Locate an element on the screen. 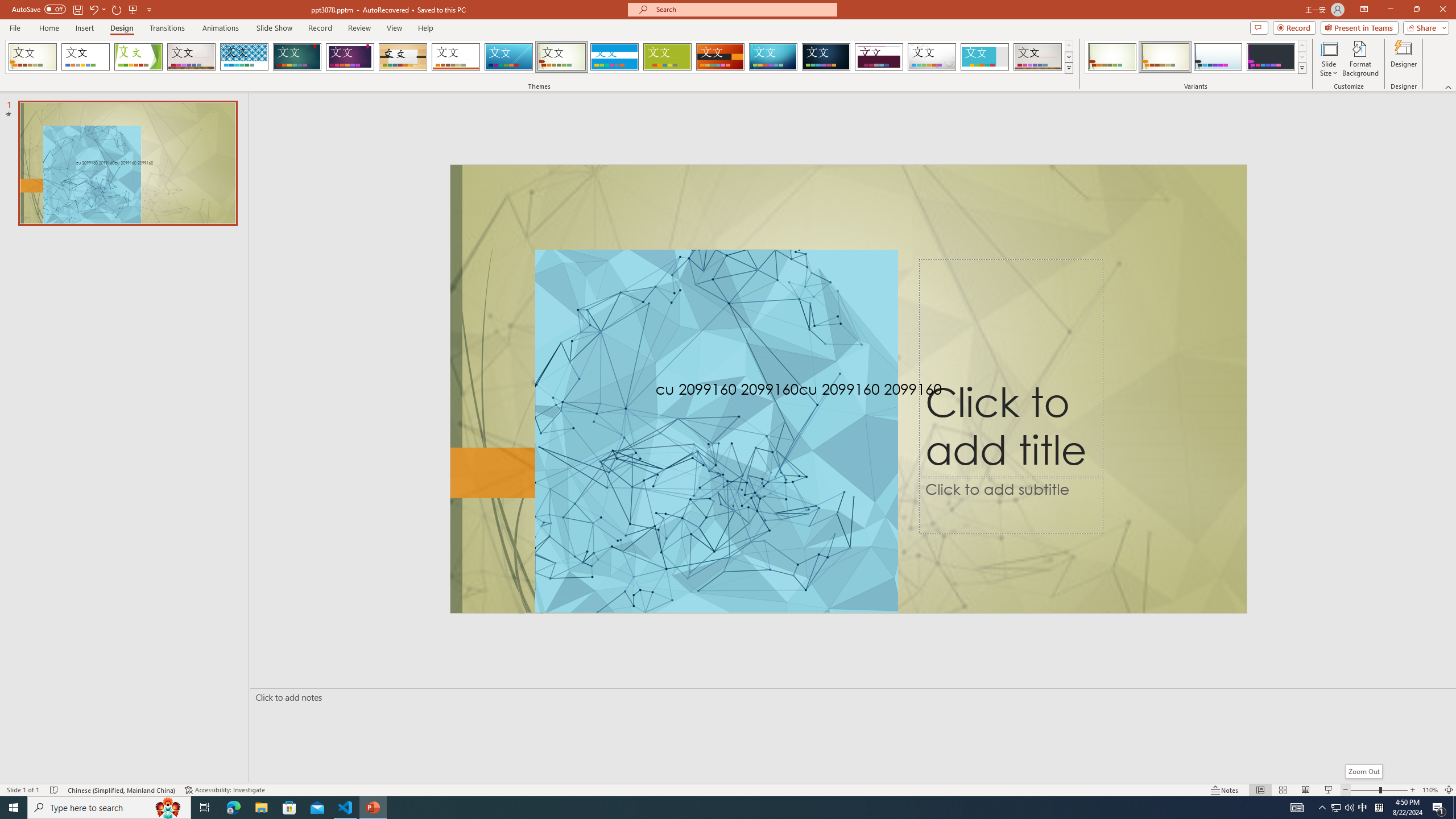 The height and width of the screenshot is (819, 1456). 'Zoom 110%' is located at coordinates (1430, 790).